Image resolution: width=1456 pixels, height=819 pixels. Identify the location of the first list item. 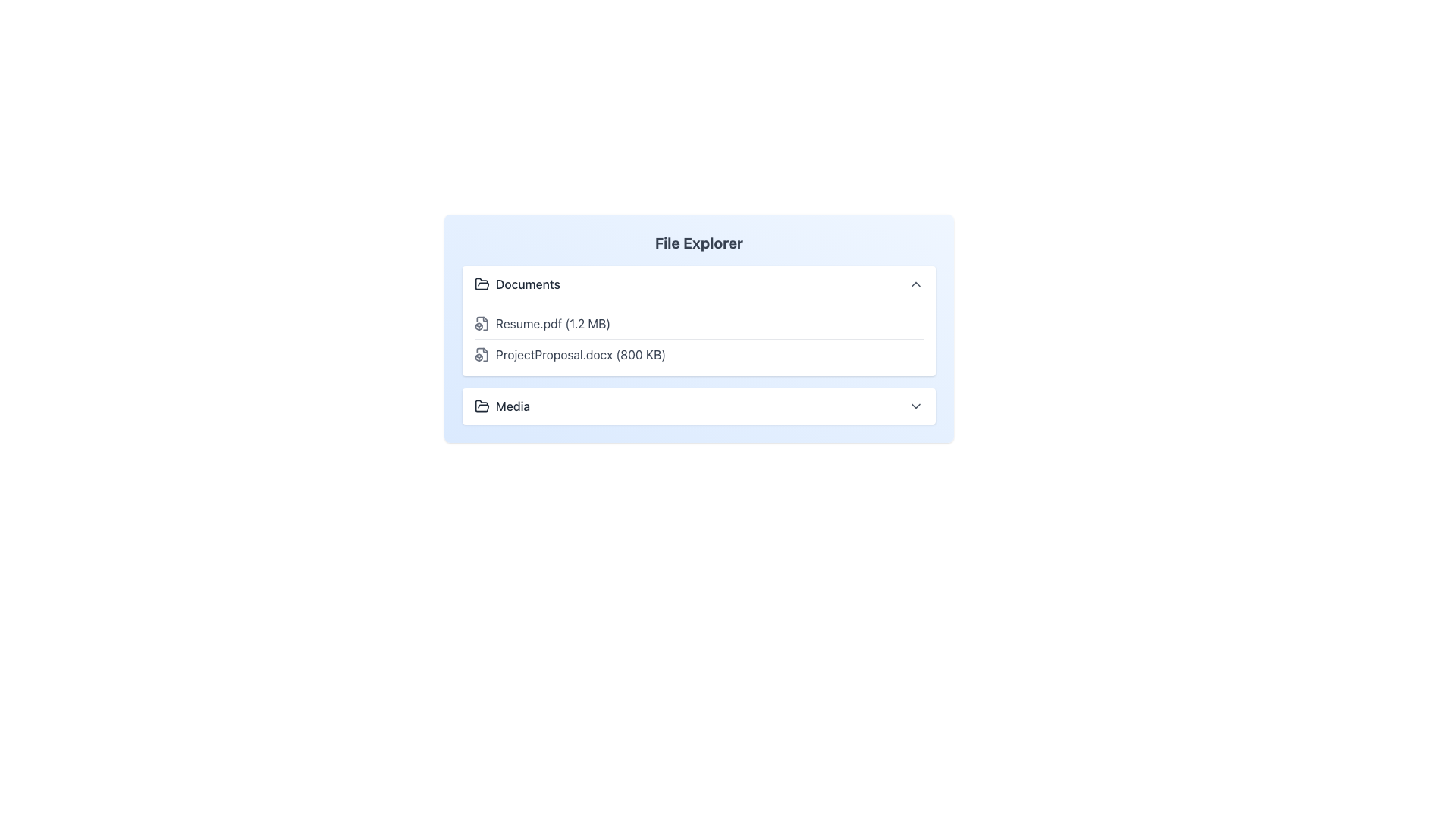
(698, 323).